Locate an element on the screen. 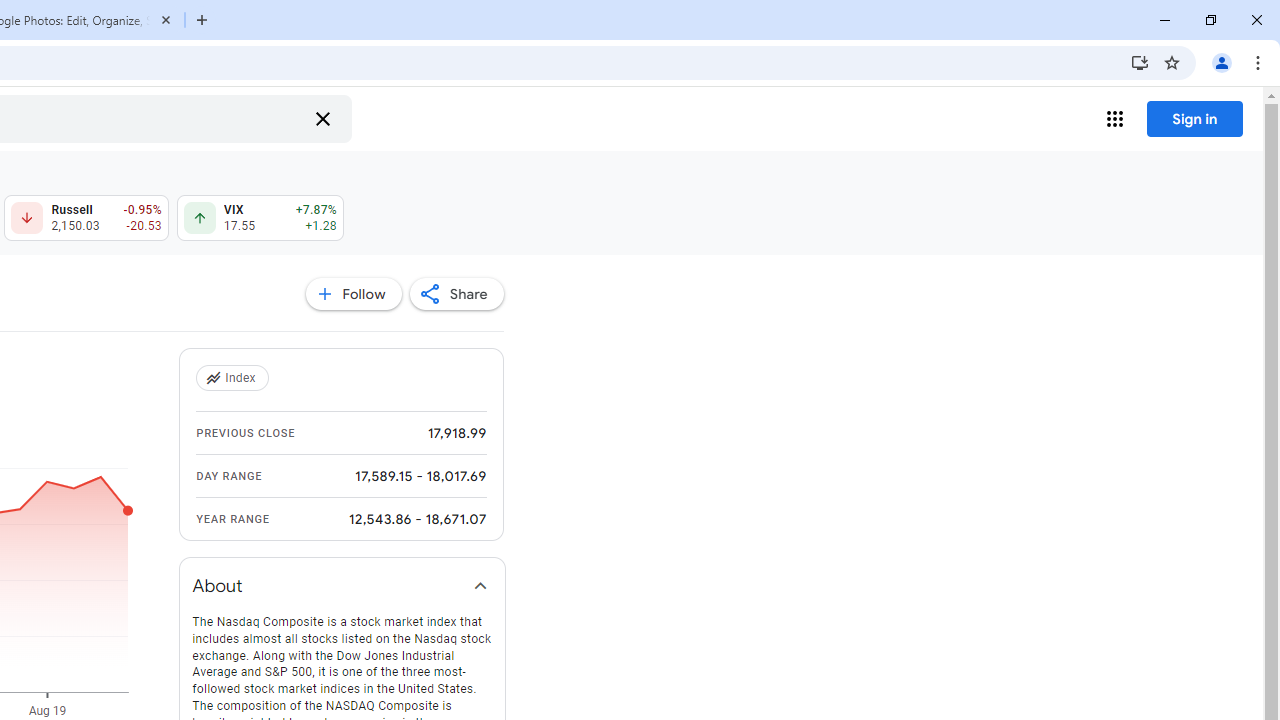  'Russell 2,150.03 Down by 0.95% -20.53' is located at coordinates (85, 218).